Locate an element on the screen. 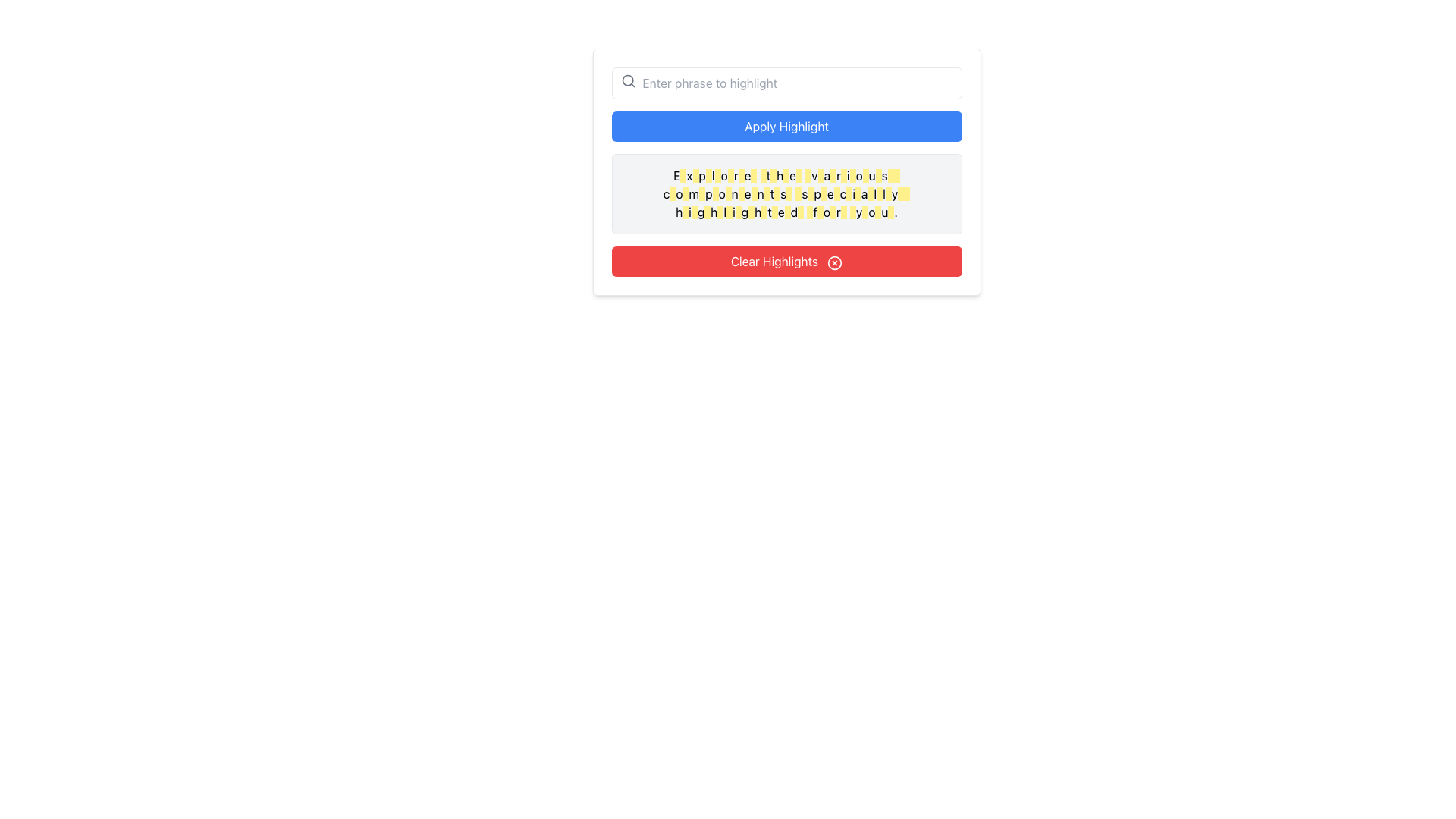 This screenshot has width=1456, height=819. the 6th highlight marker in the second row of highlighted words, which has a yellow background and is positioned below the 'Apply Highlight' button is located at coordinates (741, 193).